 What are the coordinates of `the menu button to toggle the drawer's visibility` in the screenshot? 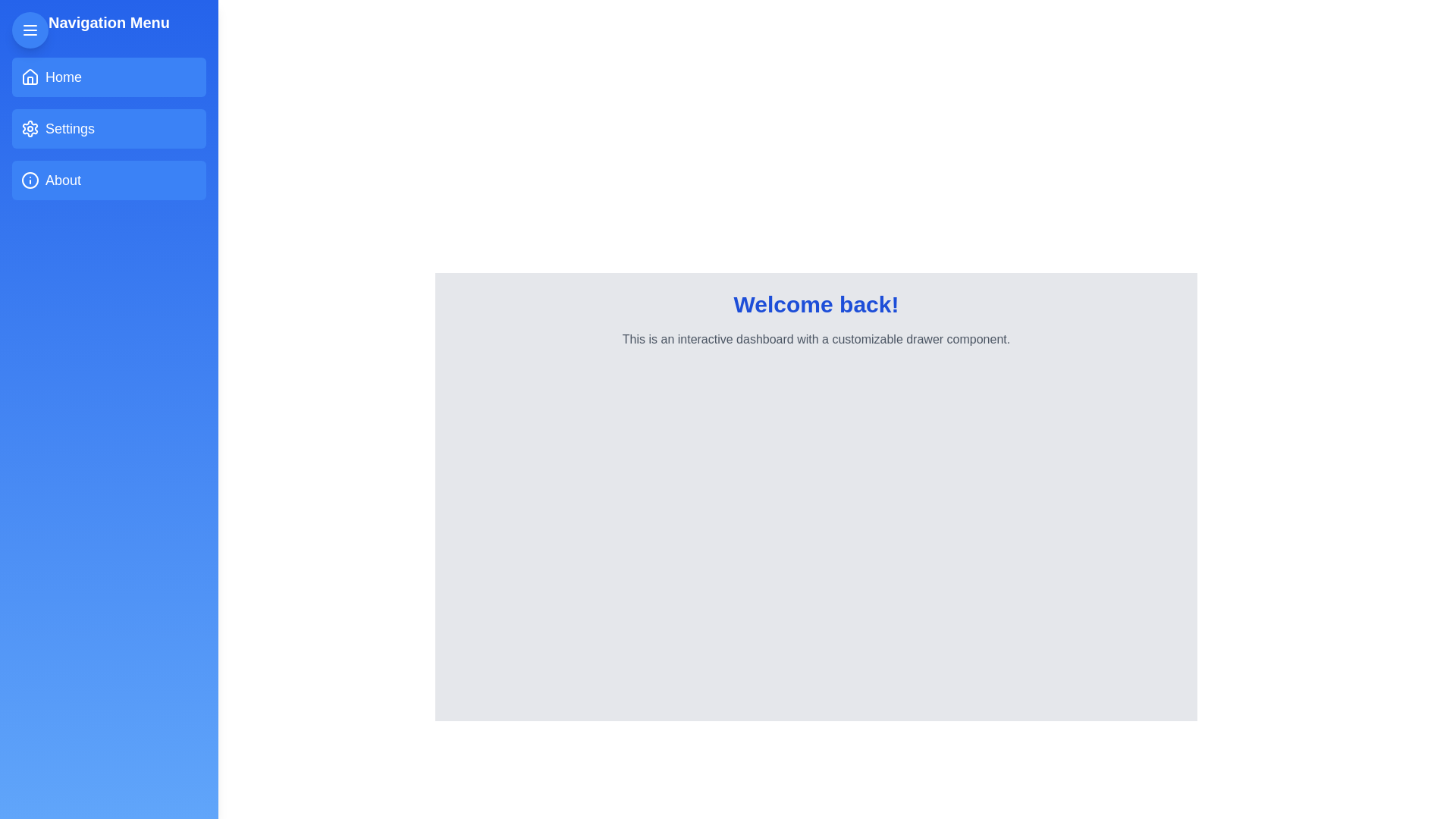 It's located at (30, 30).